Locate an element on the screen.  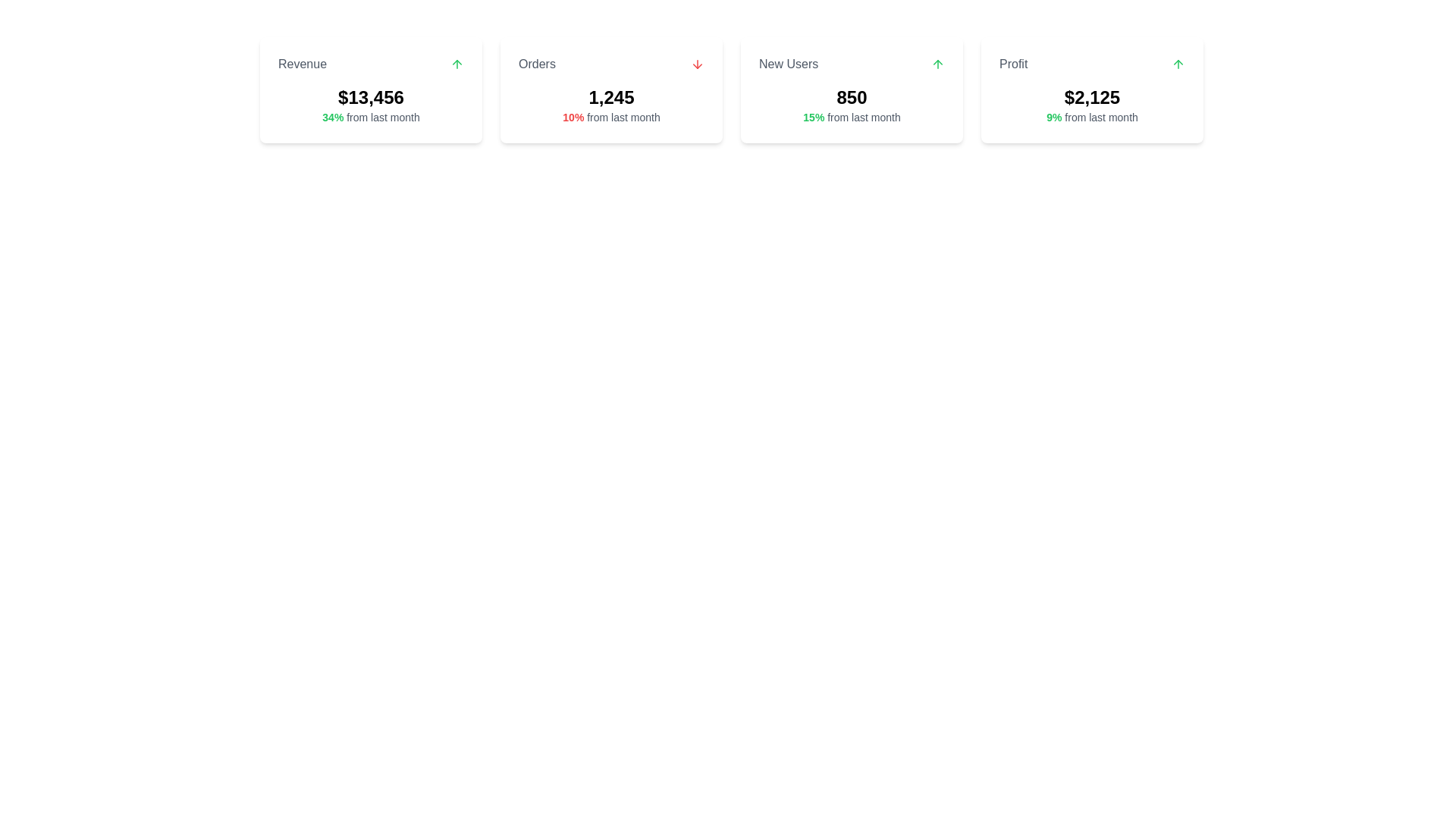
text element displaying '34%' in green and bold font style, located within the 'Revenue' status card, below the main value '$13,456' and above the descriptive text 'from last month' is located at coordinates (332, 116).